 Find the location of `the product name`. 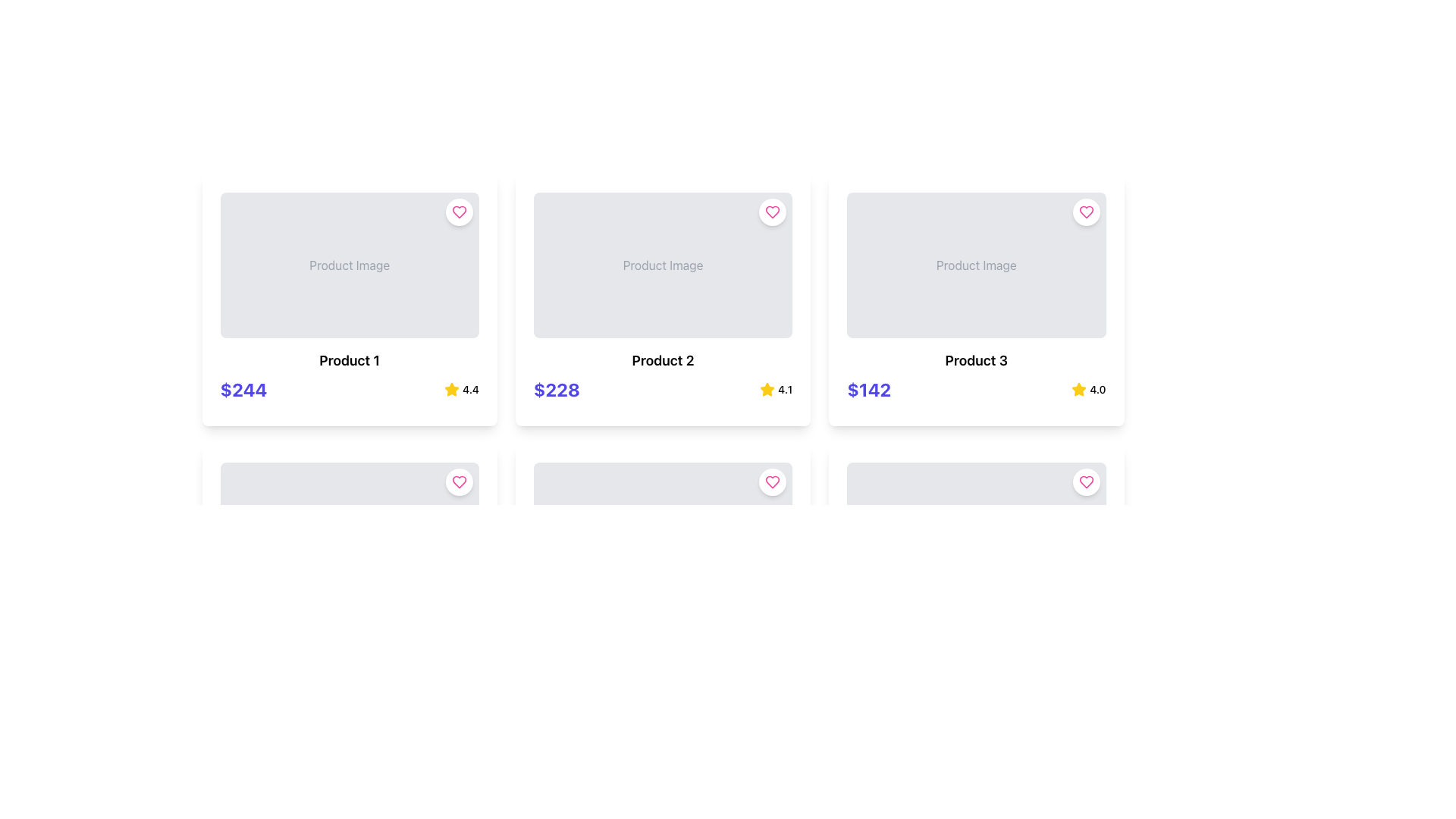

the product name is located at coordinates (663, 360).